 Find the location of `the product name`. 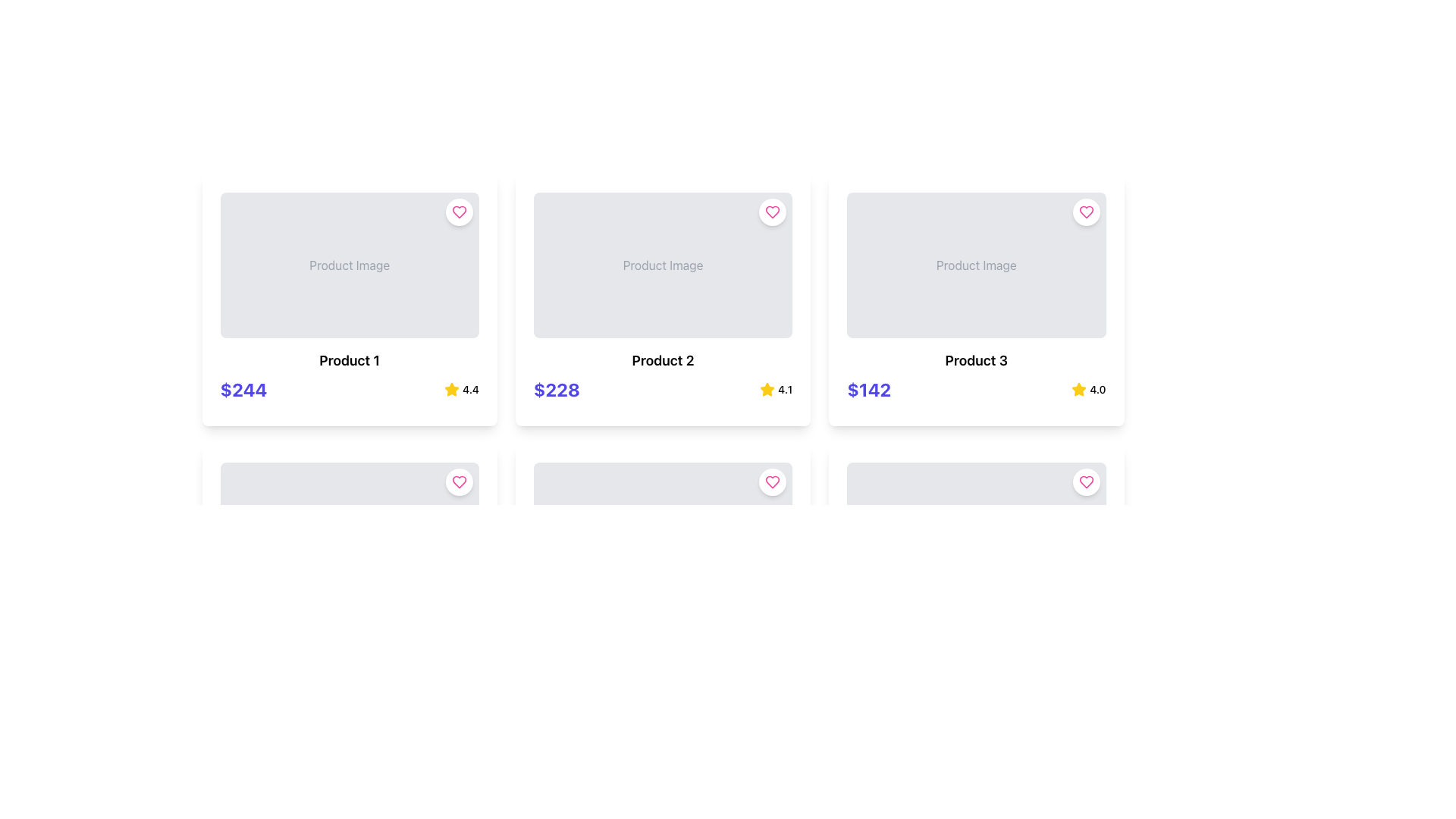

the product name is located at coordinates (663, 360).